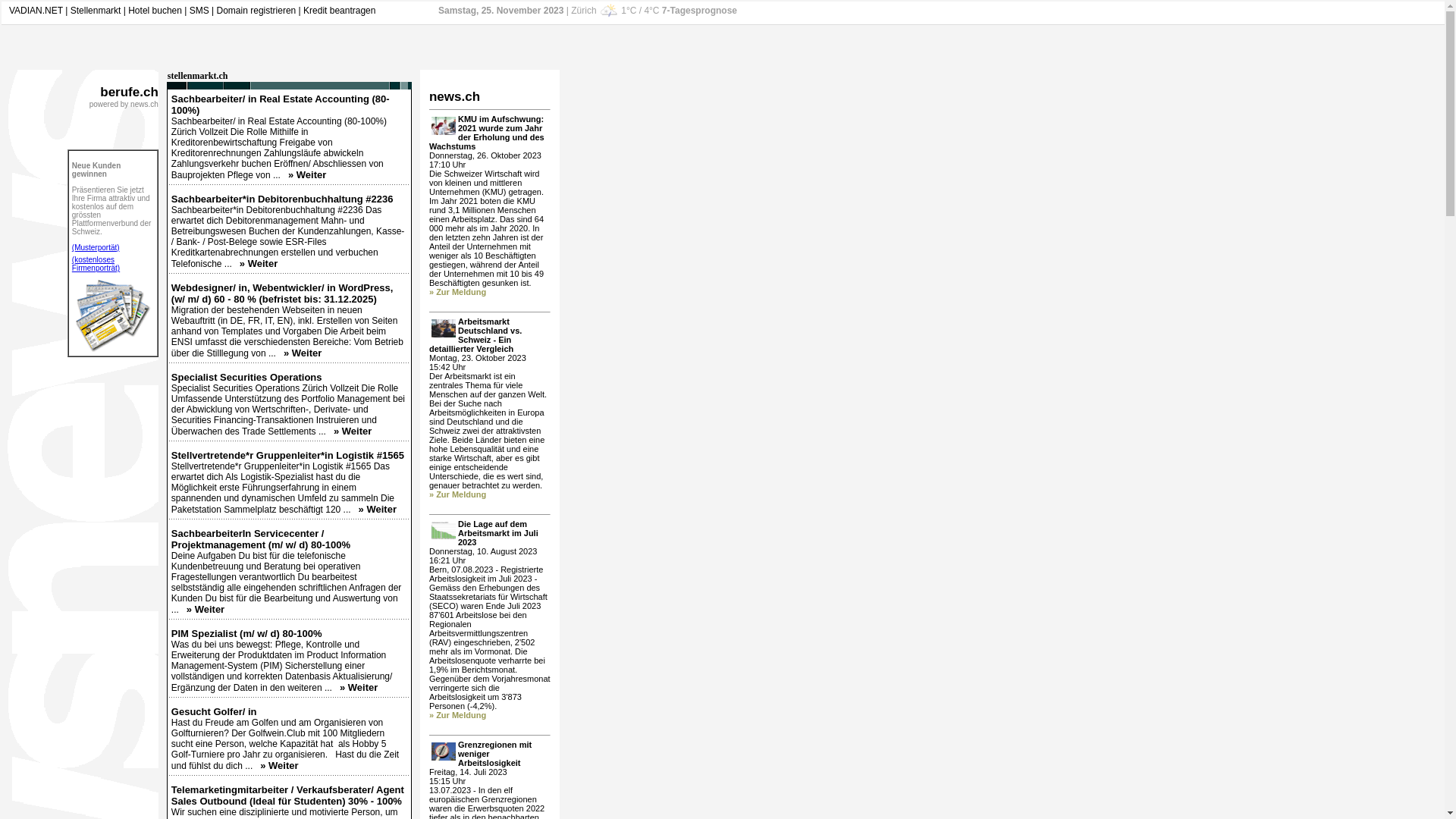 This screenshot has height=819, width=1456. I want to click on 'Domain registrieren', so click(216, 11).